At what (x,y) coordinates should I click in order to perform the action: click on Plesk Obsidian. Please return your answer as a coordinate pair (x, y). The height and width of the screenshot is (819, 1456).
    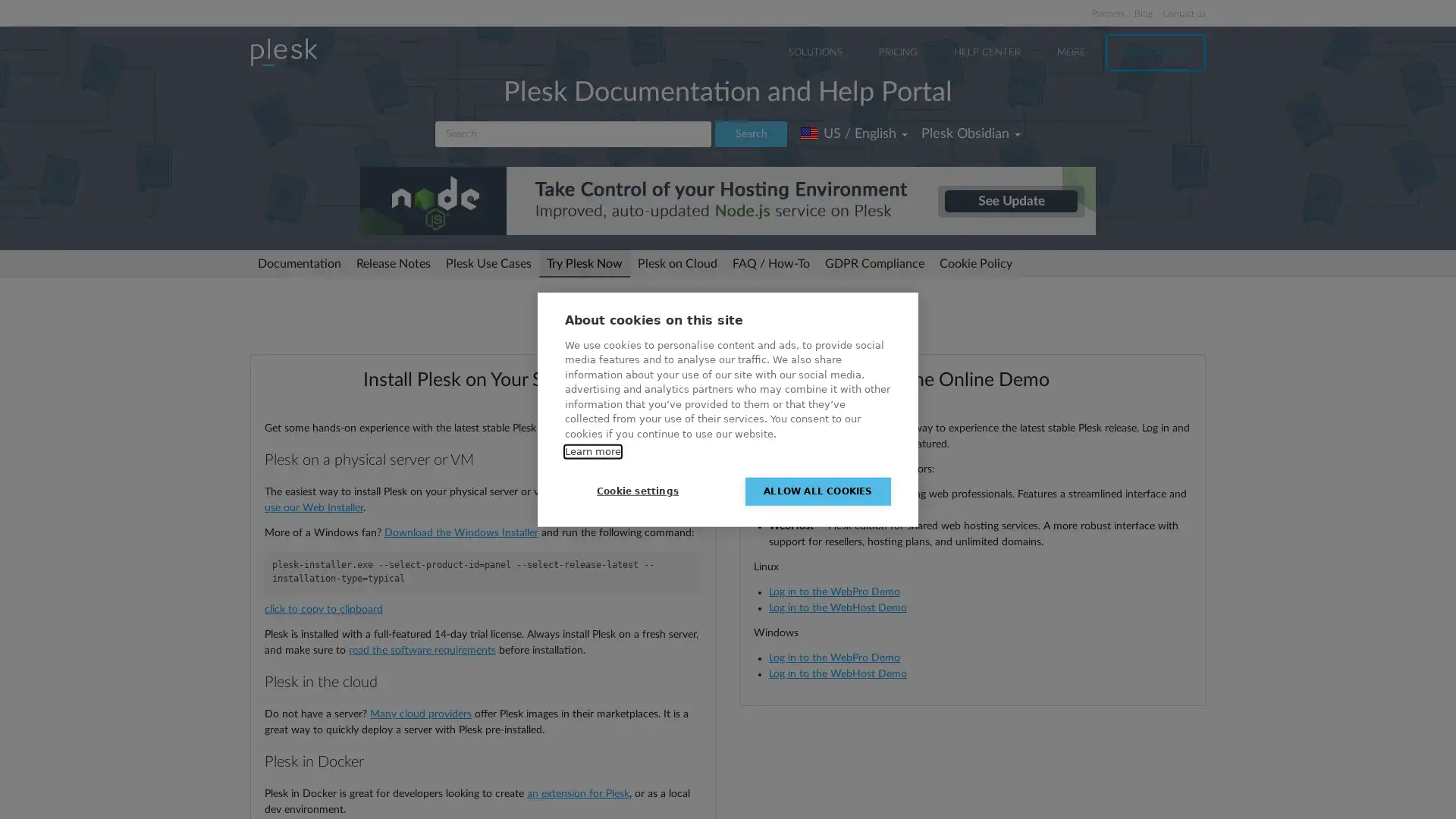
    Looking at the image, I should click on (971, 133).